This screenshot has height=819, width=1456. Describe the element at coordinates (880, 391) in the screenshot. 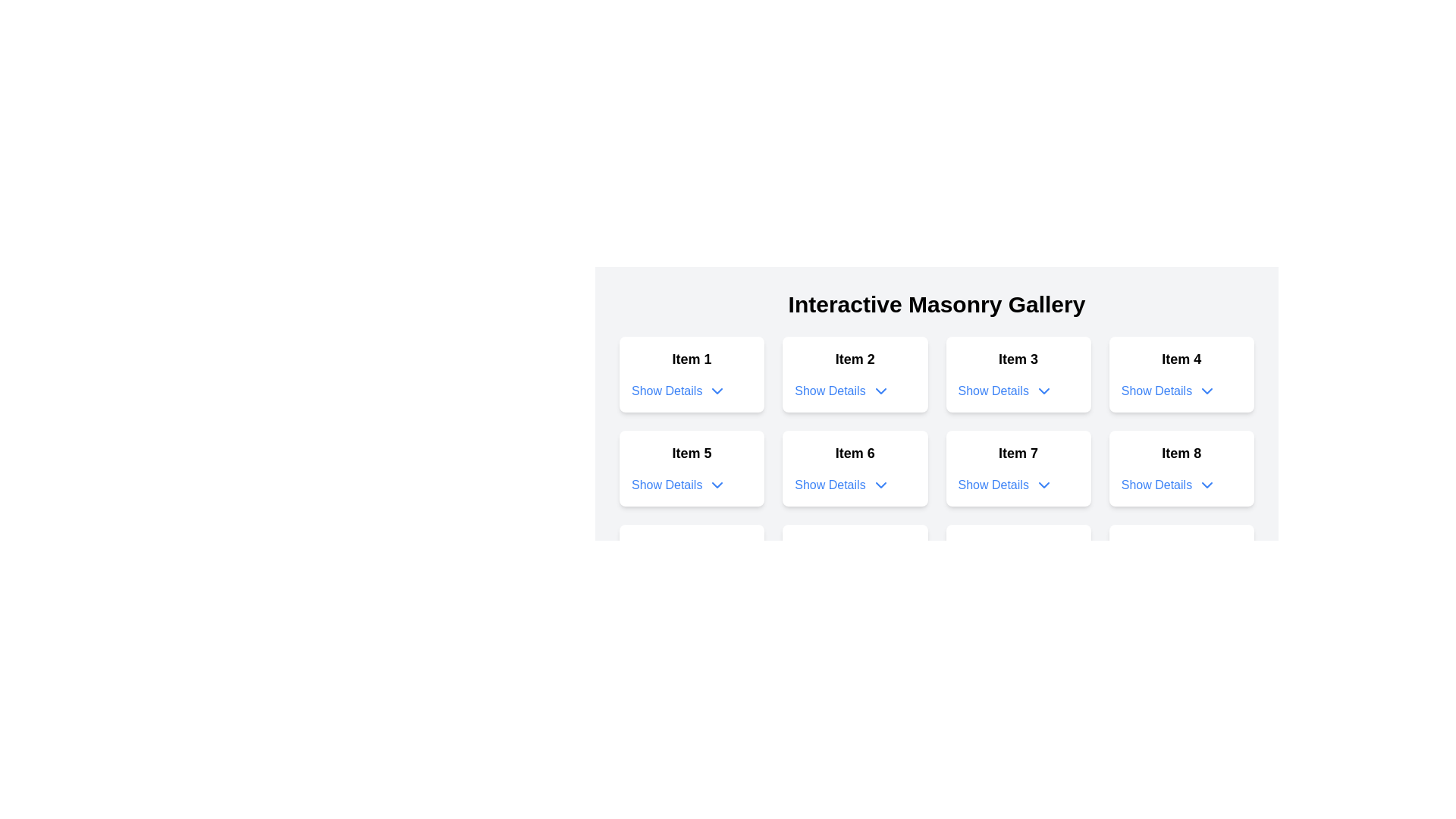

I see `the small chevron-down icon with a blue stroke color, located next to the 'Show Details' text link` at that location.